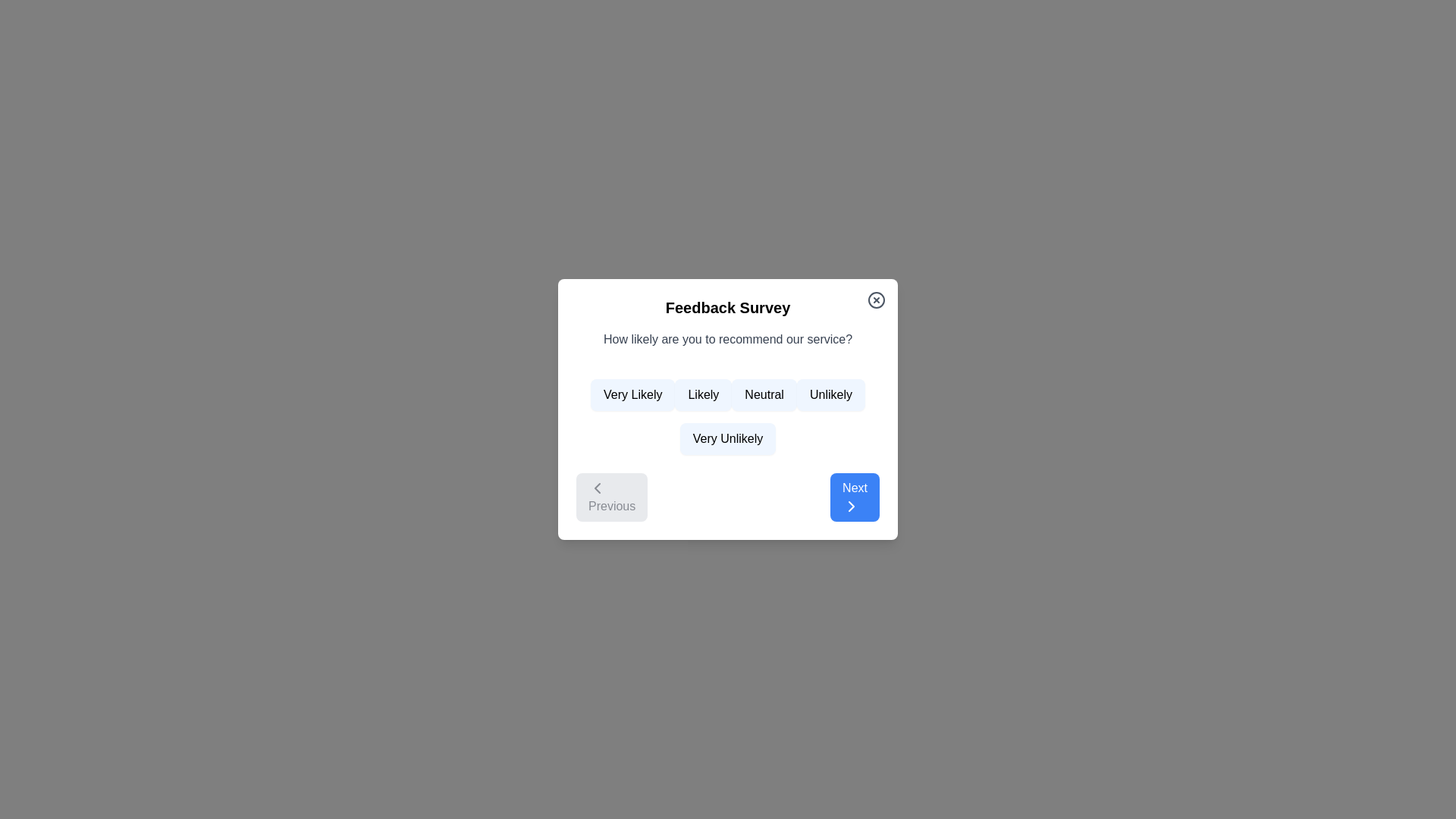 The height and width of the screenshot is (819, 1456). I want to click on the close button surrounding the SVG Circle, which visually indicates its function, so click(877, 300).